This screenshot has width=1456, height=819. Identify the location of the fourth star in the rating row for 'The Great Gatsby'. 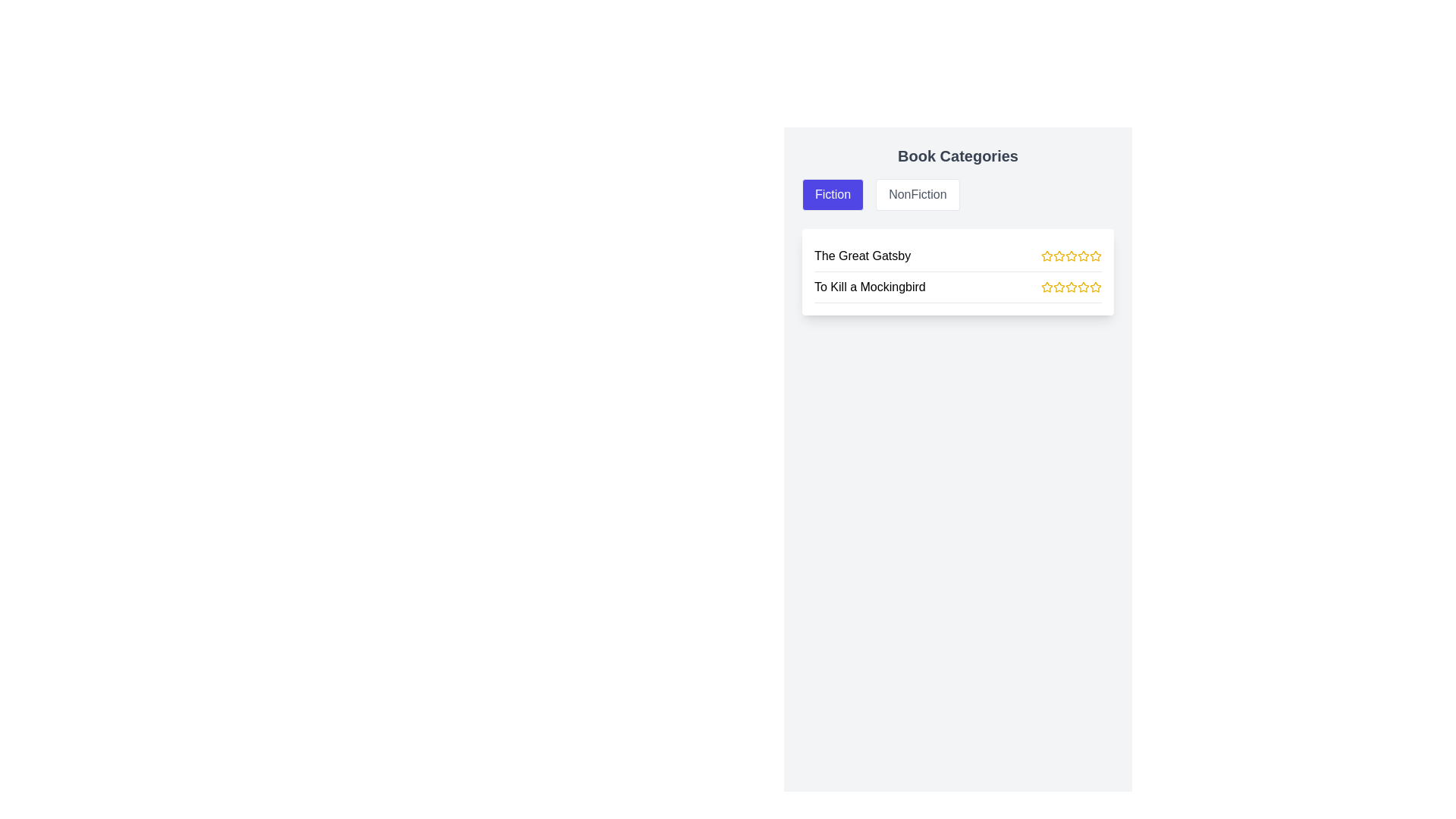
(1070, 255).